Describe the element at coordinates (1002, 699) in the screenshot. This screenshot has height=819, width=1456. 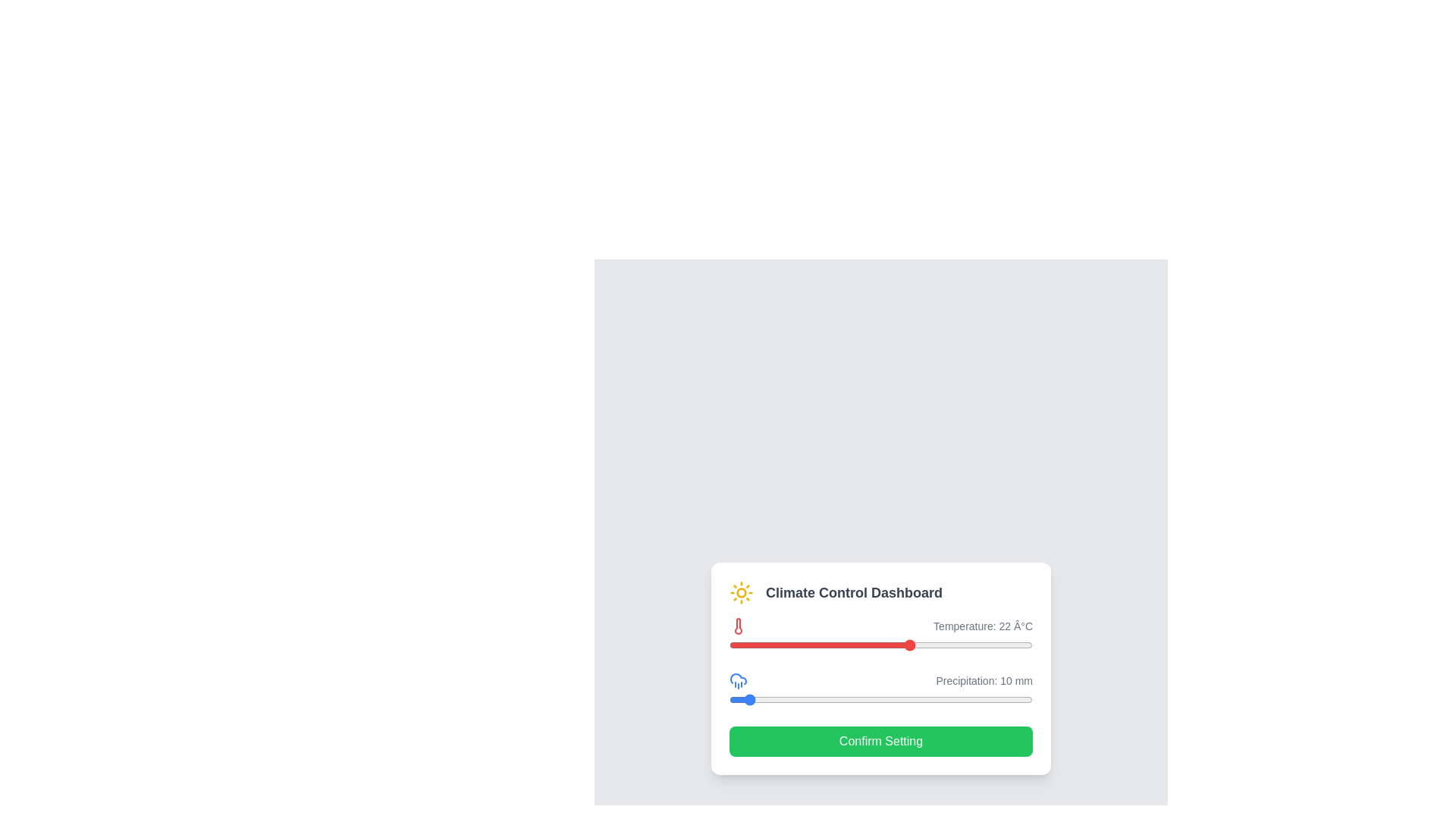
I see `the precipitation slider to 180 mm` at that location.